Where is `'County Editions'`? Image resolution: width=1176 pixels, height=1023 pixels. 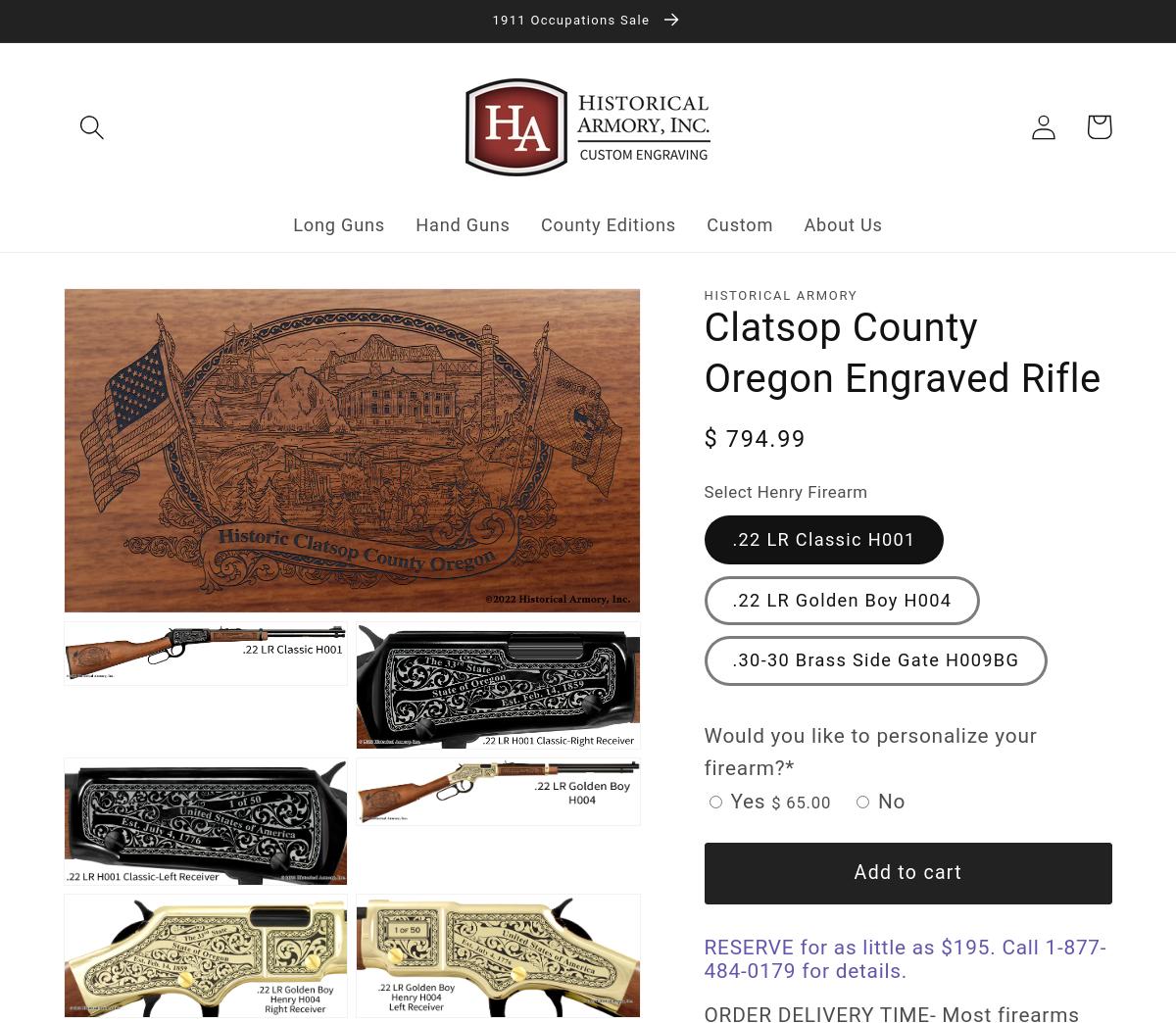 'County Editions' is located at coordinates (608, 223).